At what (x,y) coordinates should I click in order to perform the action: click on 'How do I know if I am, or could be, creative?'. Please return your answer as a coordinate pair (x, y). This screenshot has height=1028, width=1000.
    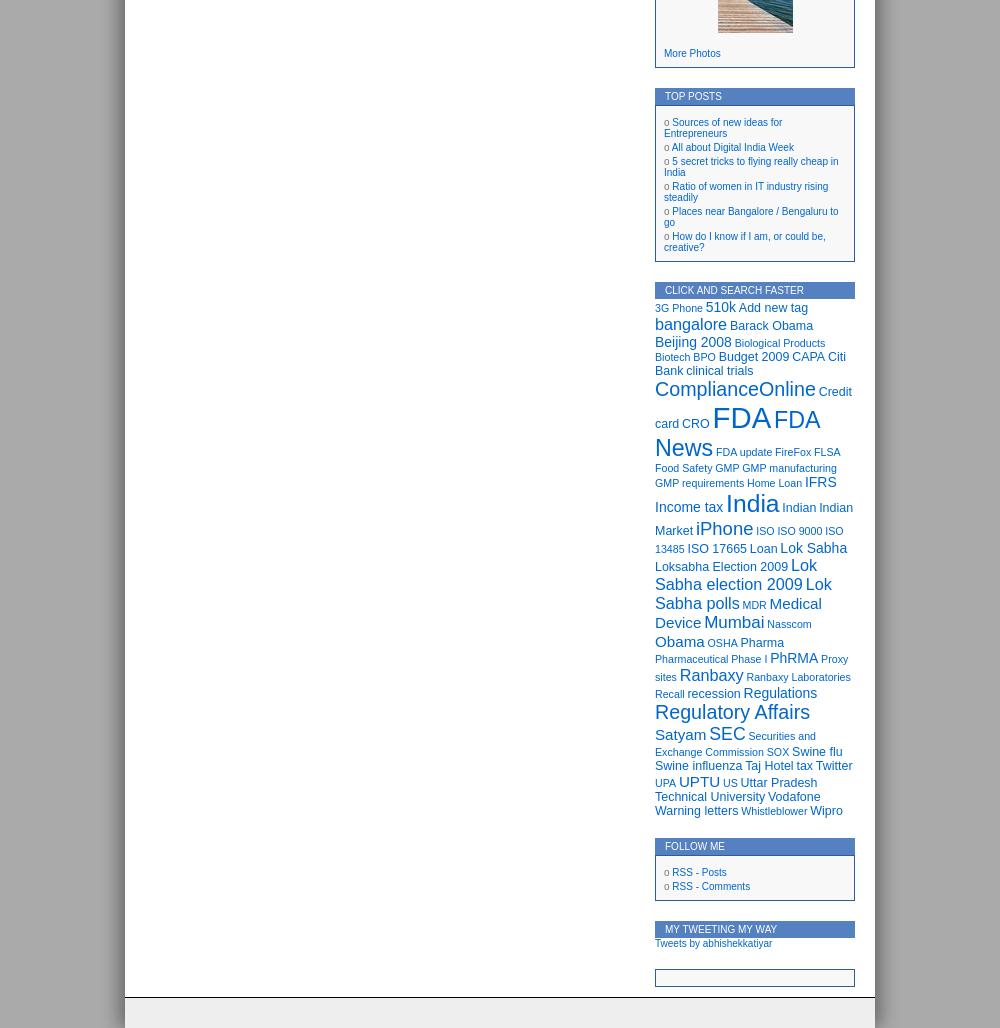
    Looking at the image, I should click on (664, 240).